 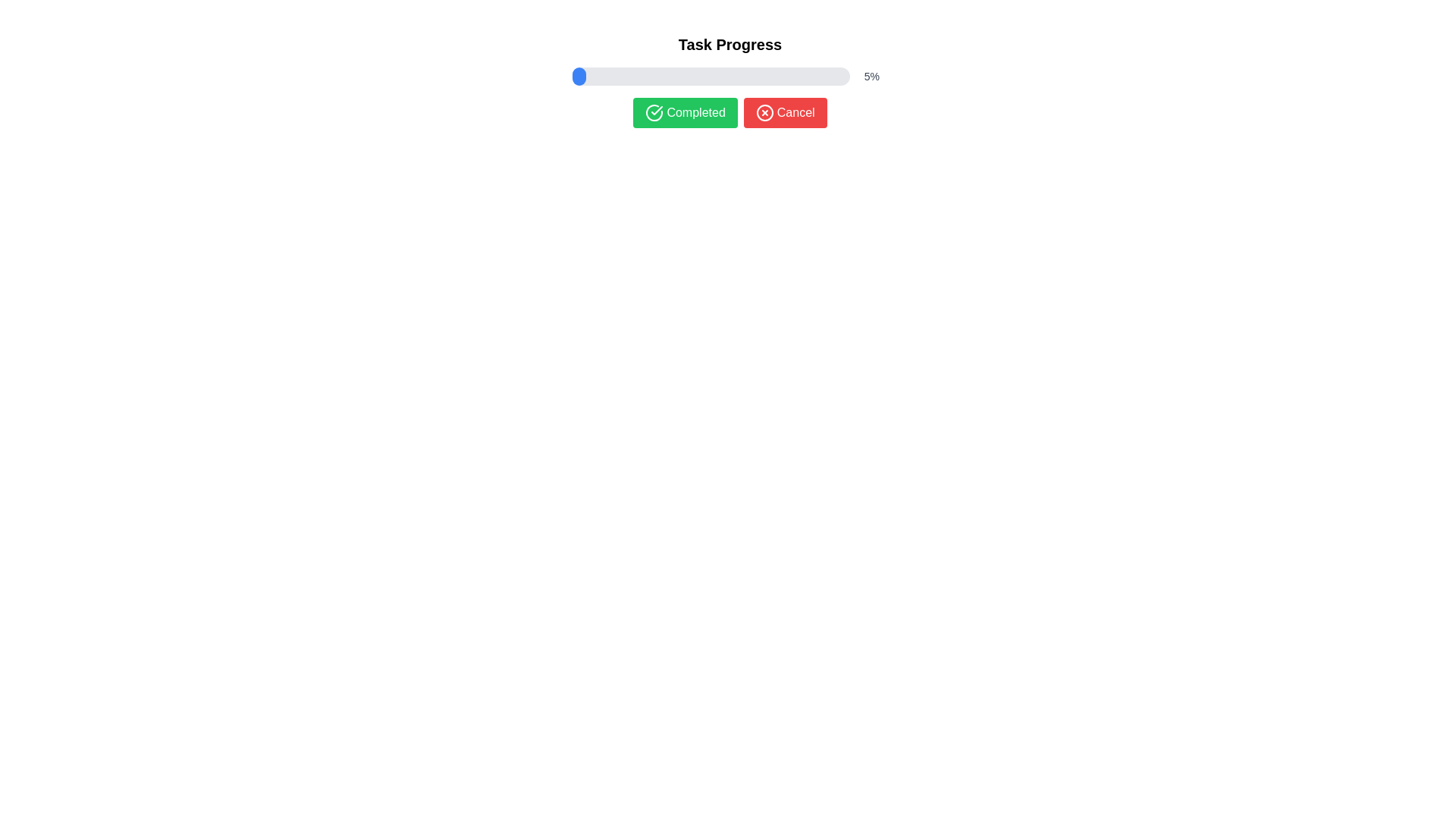 I want to click on the cancellation button, which is the second button in a horizontal group and follows the green 'Completed' button, so click(x=785, y=112).